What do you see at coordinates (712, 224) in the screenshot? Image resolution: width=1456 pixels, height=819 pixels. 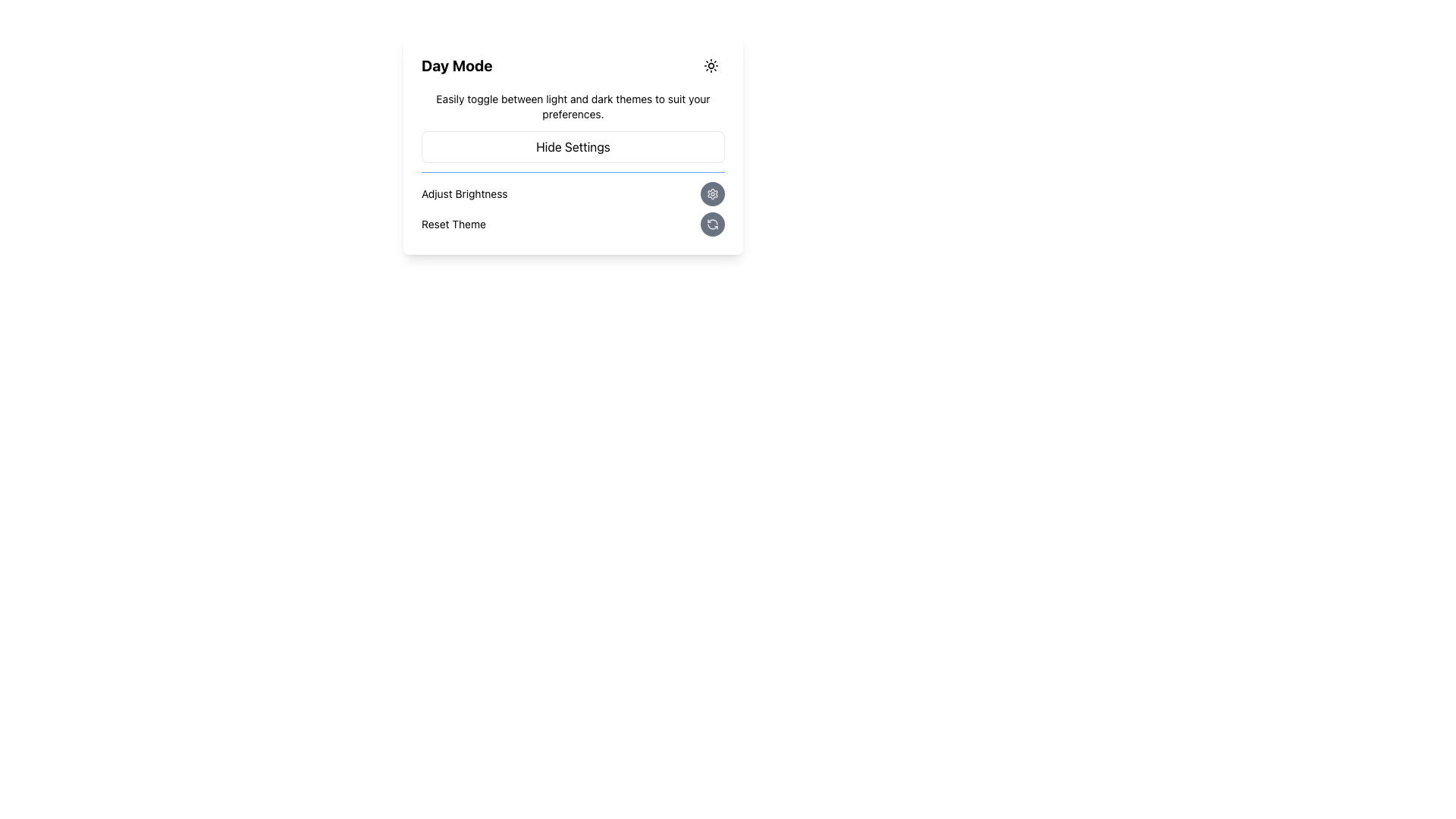 I see `the refresh icon with a circular arrow design located in the settings section` at bounding box center [712, 224].